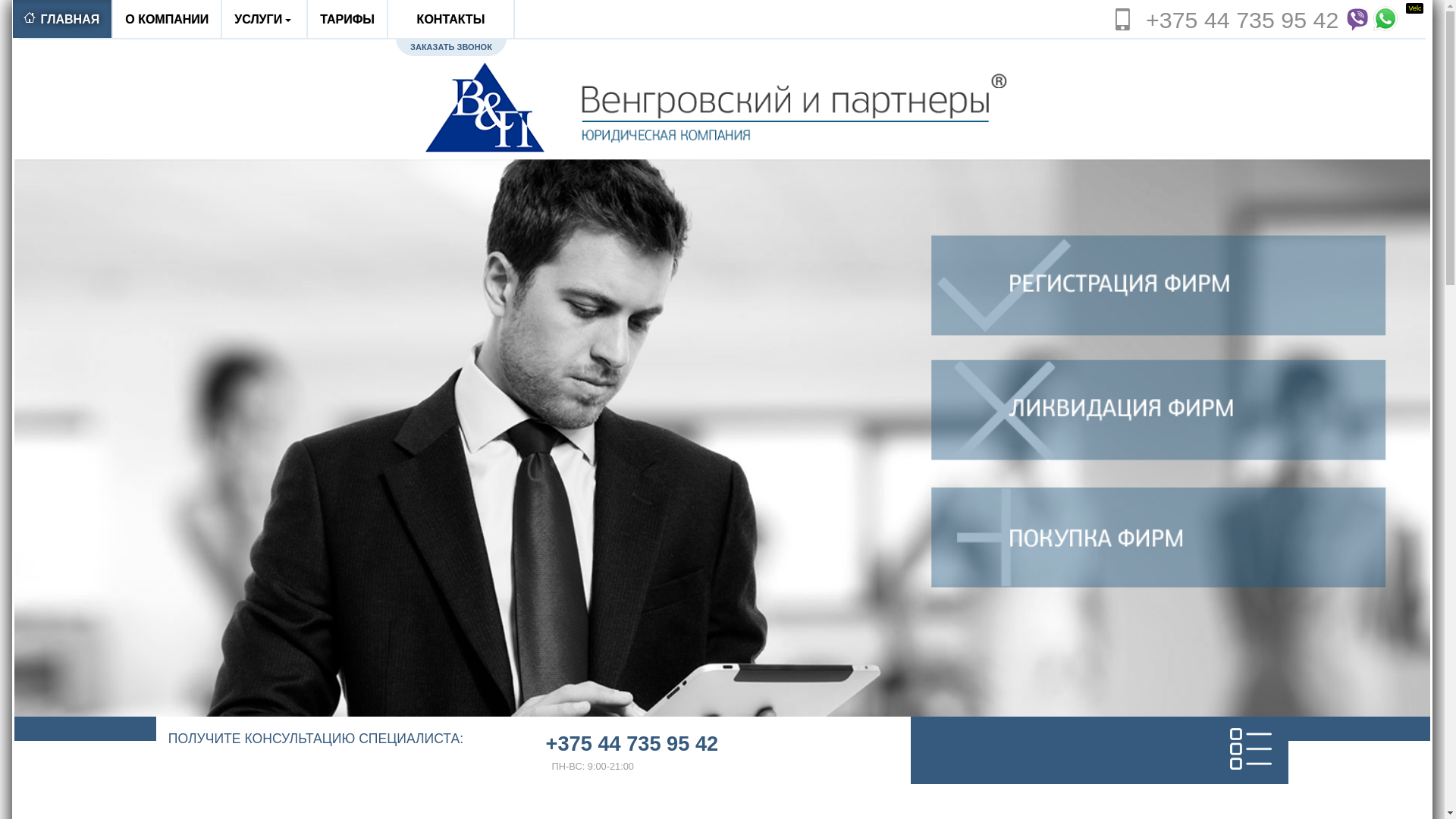 The width and height of the screenshot is (1456, 819). Describe the element at coordinates (1386, 18) in the screenshot. I see `'Whatsapp'` at that location.